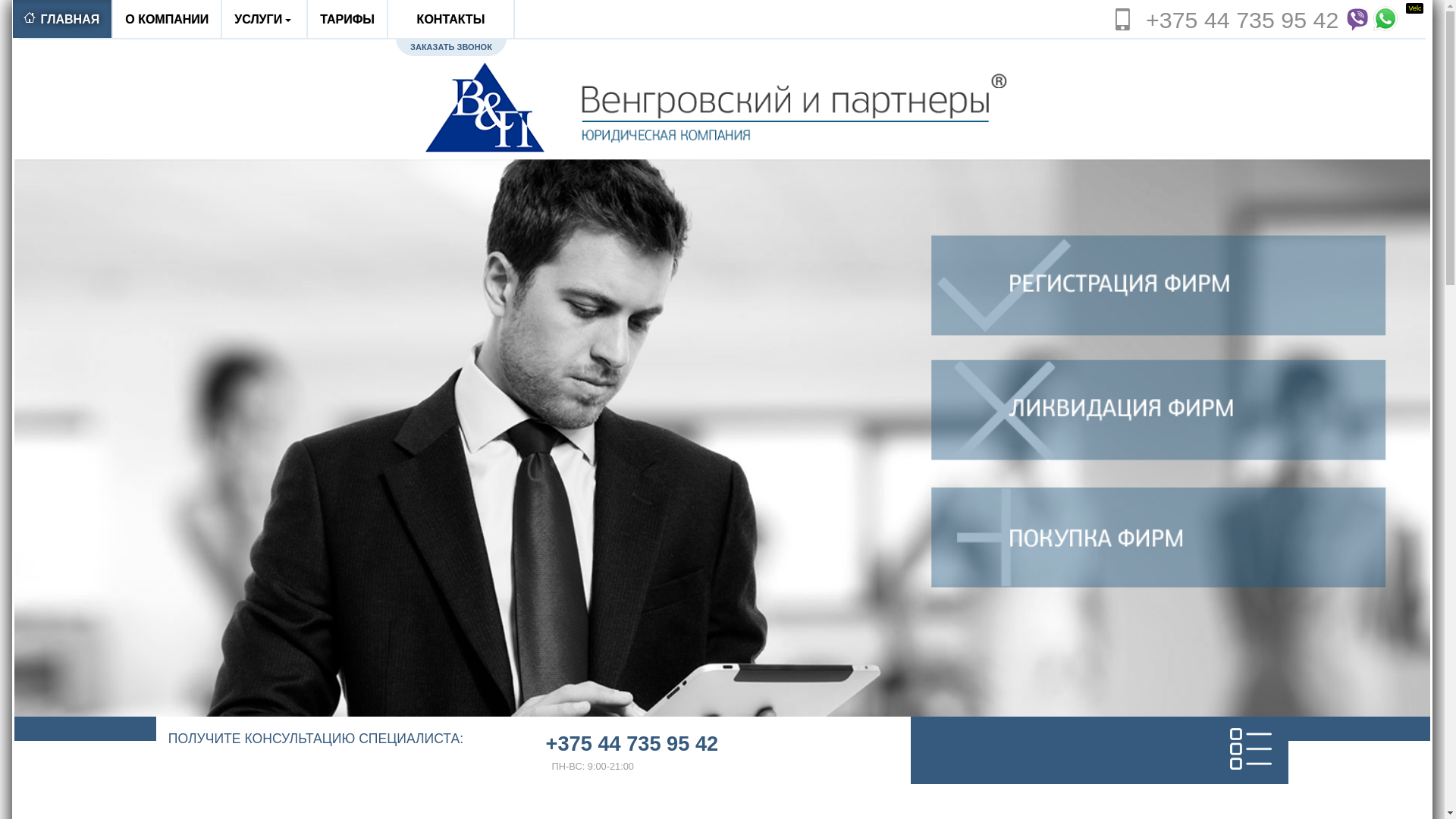 The width and height of the screenshot is (1456, 819). Describe the element at coordinates (1386, 18) in the screenshot. I see `'Whatsapp'` at that location.